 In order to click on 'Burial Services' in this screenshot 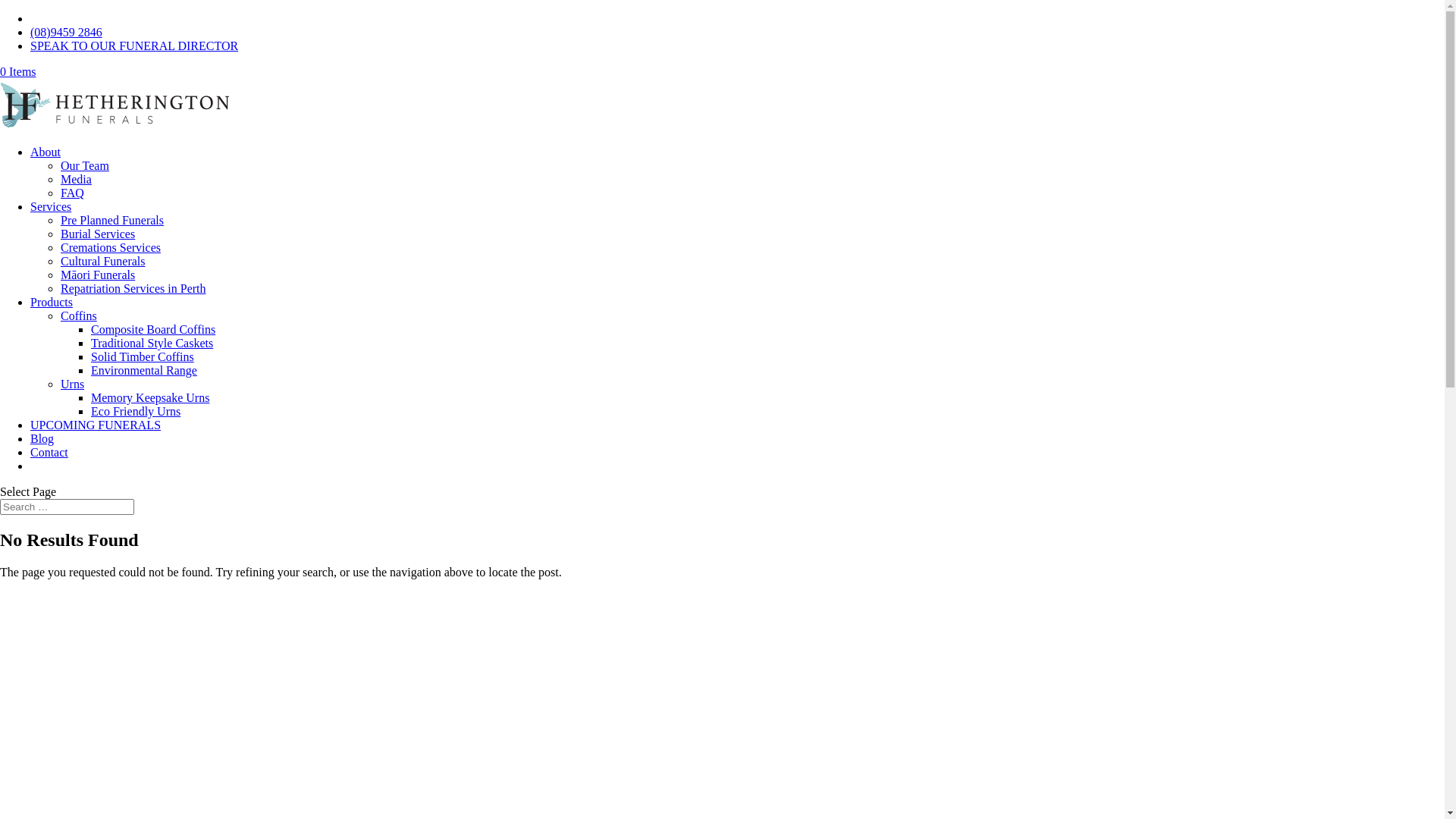, I will do `click(61, 234)`.